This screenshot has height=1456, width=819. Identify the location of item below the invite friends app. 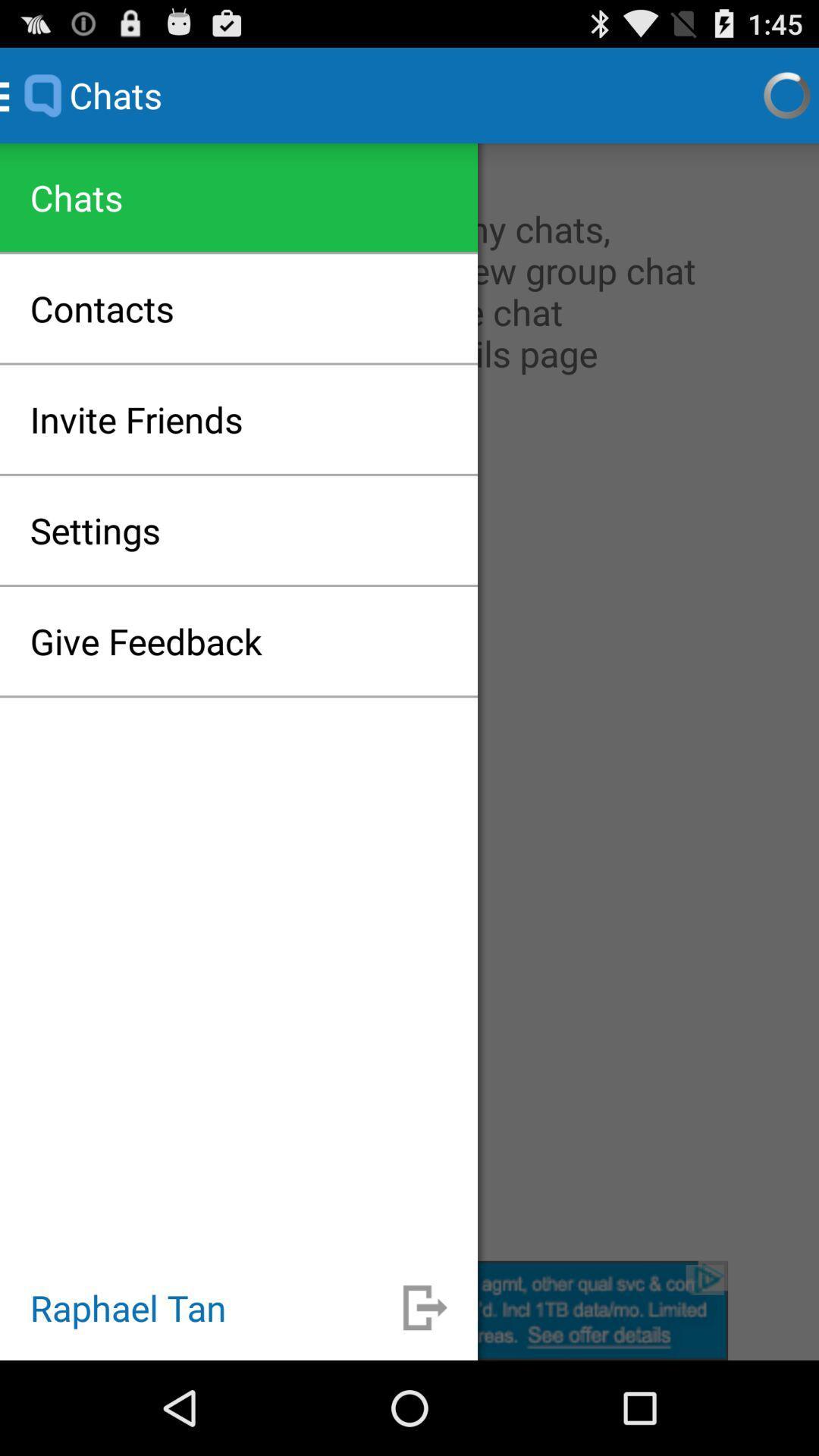
(95, 530).